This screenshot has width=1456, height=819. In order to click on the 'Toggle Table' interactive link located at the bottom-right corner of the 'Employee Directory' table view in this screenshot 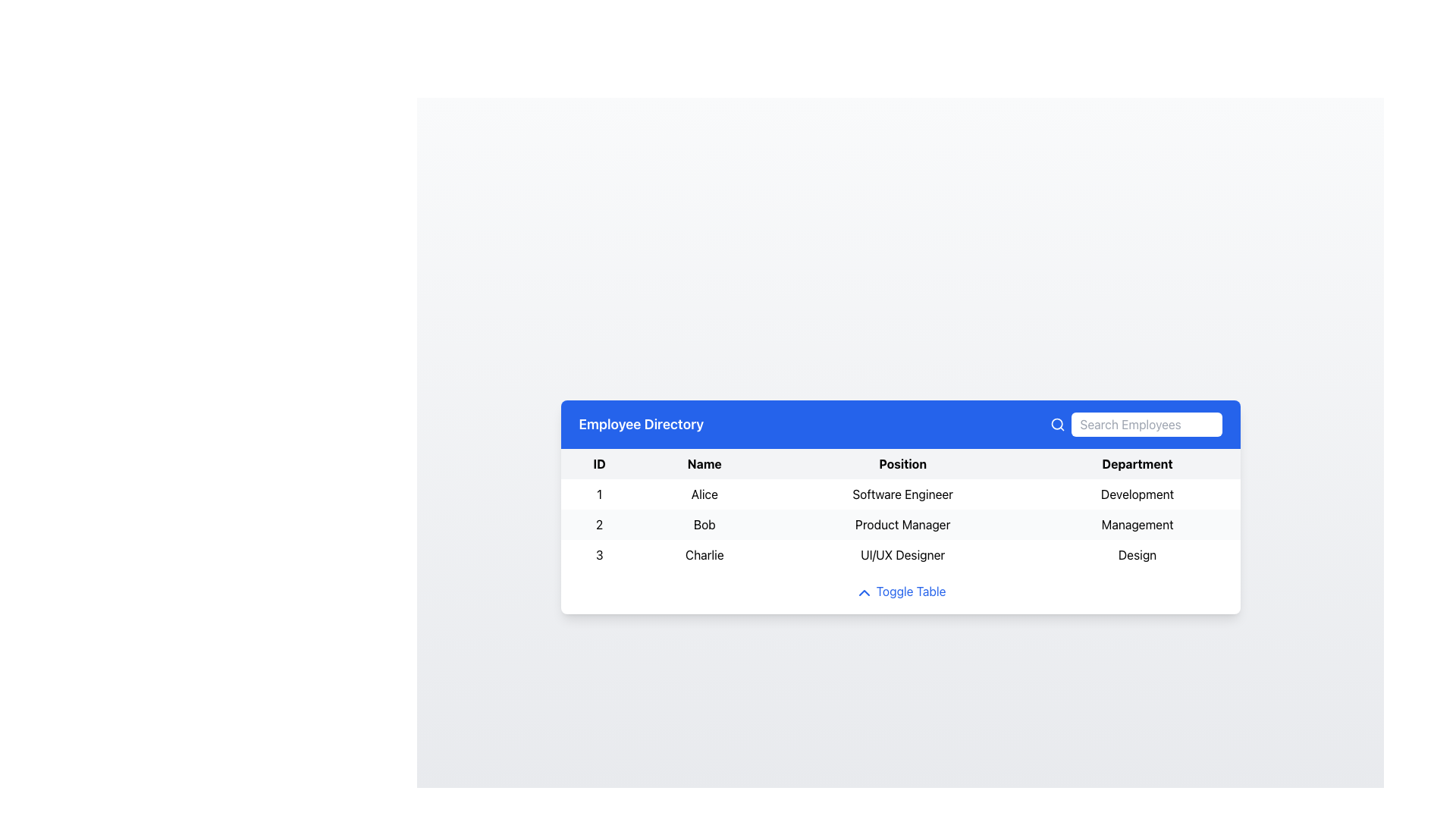, I will do `click(900, 591)`.